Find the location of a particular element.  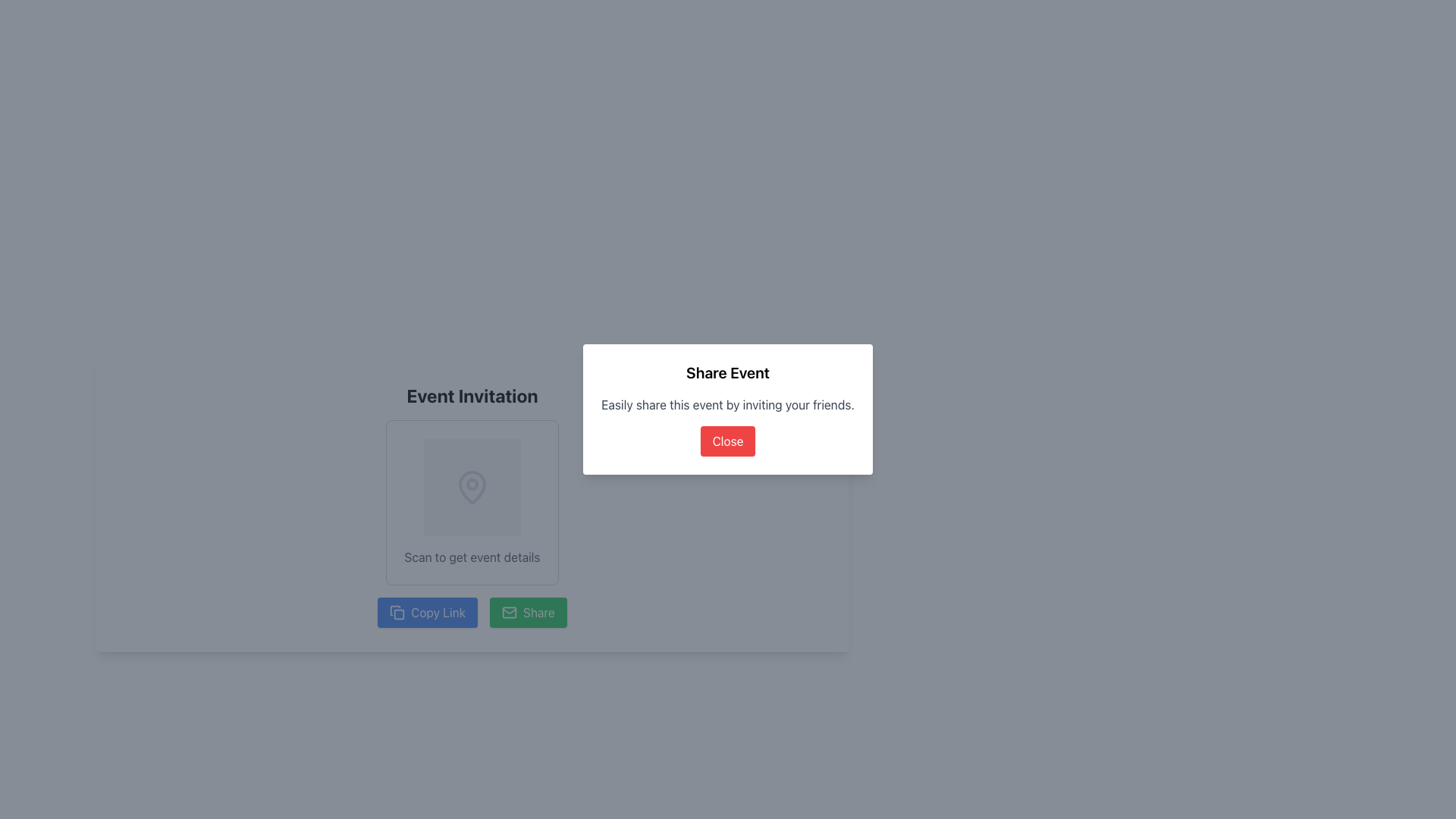

the 'Share' button, which is the right button in the horizontal stack of interactive buttons with a green background and an envelope icon, located at the bottom of the 'Event Invitation' section is located at coordinates (472, 611).